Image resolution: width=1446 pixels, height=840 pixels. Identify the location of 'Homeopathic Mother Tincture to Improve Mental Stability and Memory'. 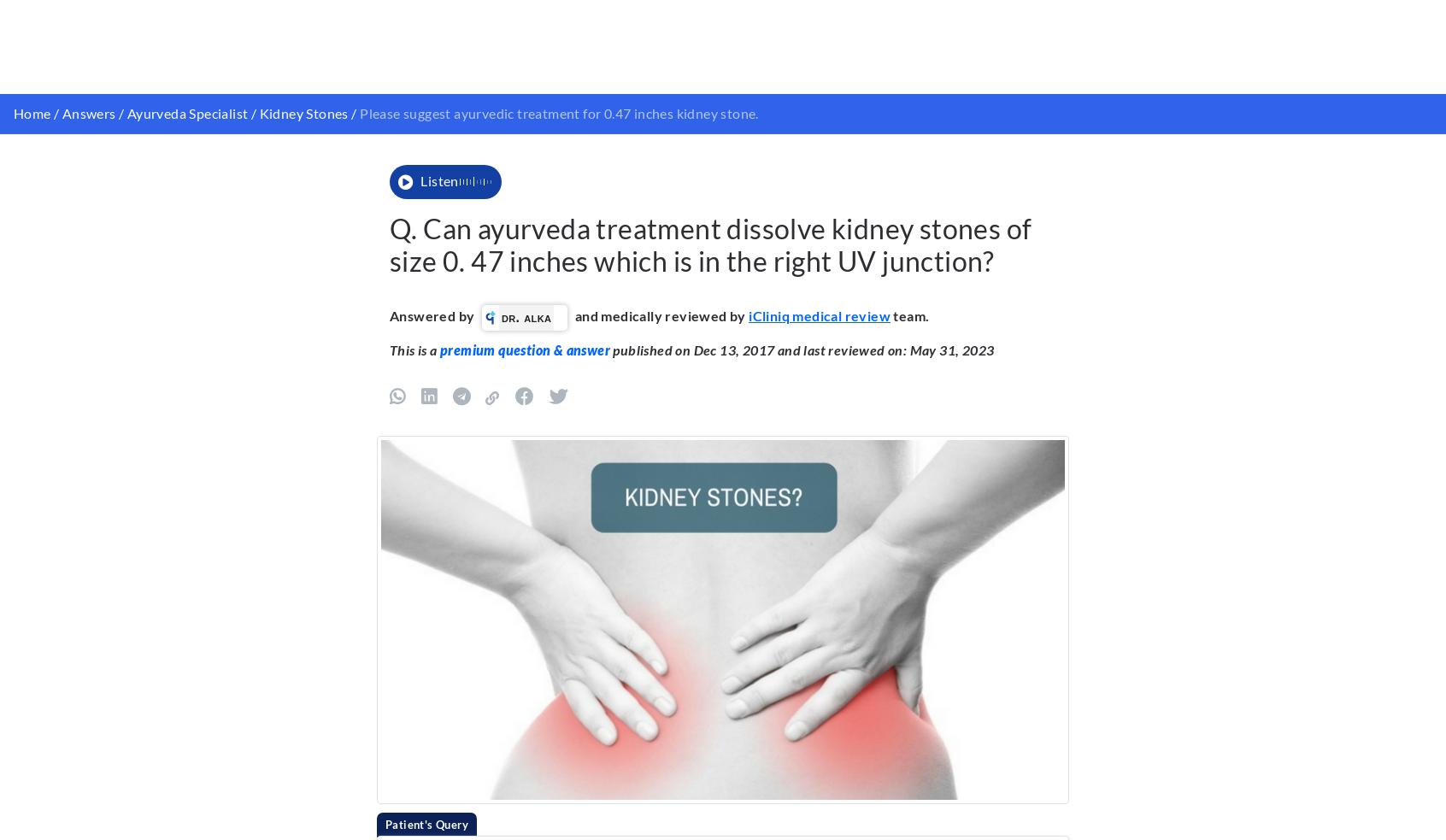
(622, 329).